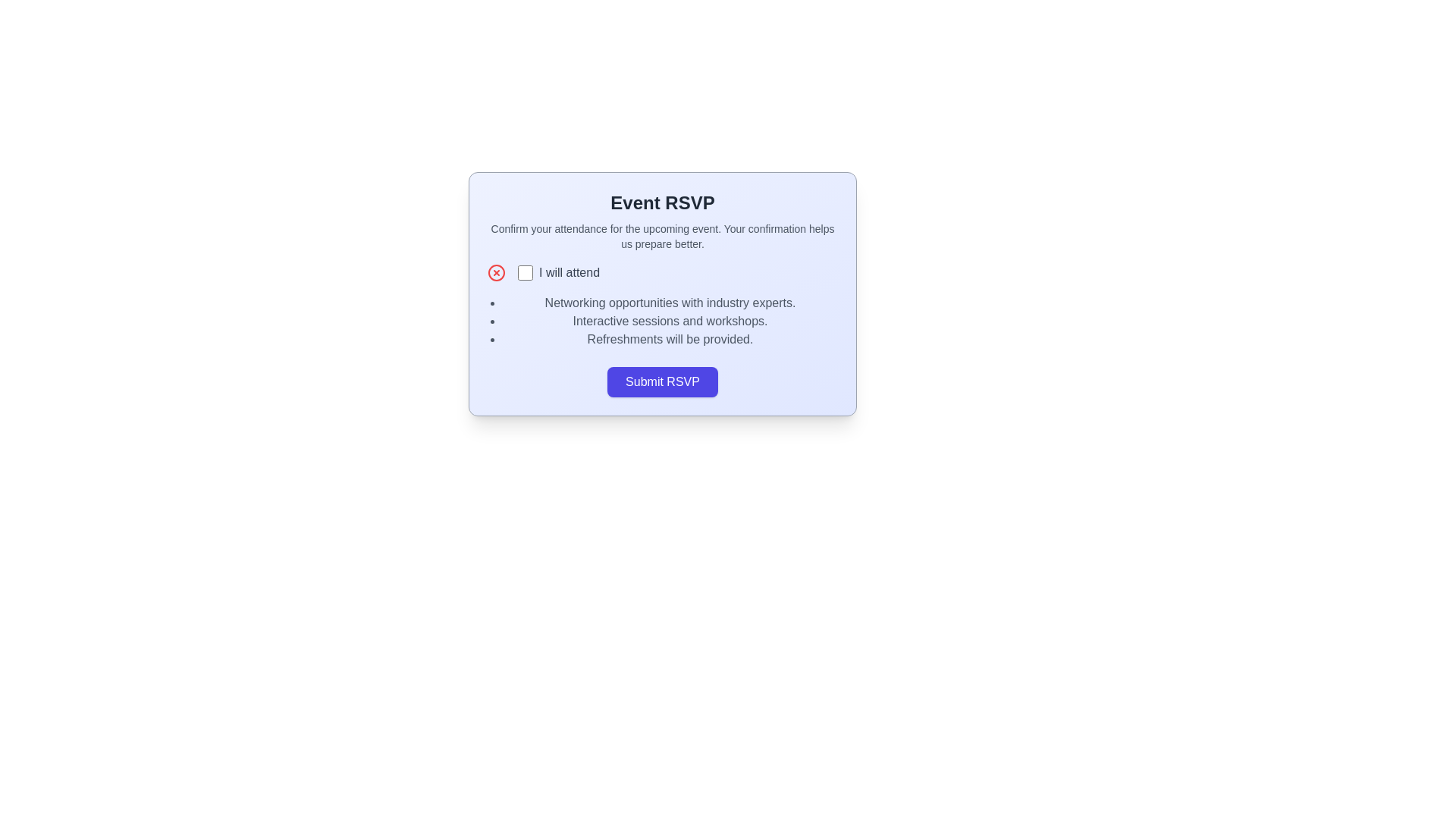 The image size is (1456, 819). Describe the element at coordinates (558, 271) in the screenshot. I see `the checkbox labeled 'I will attend' to check or uncheck it` at that location.